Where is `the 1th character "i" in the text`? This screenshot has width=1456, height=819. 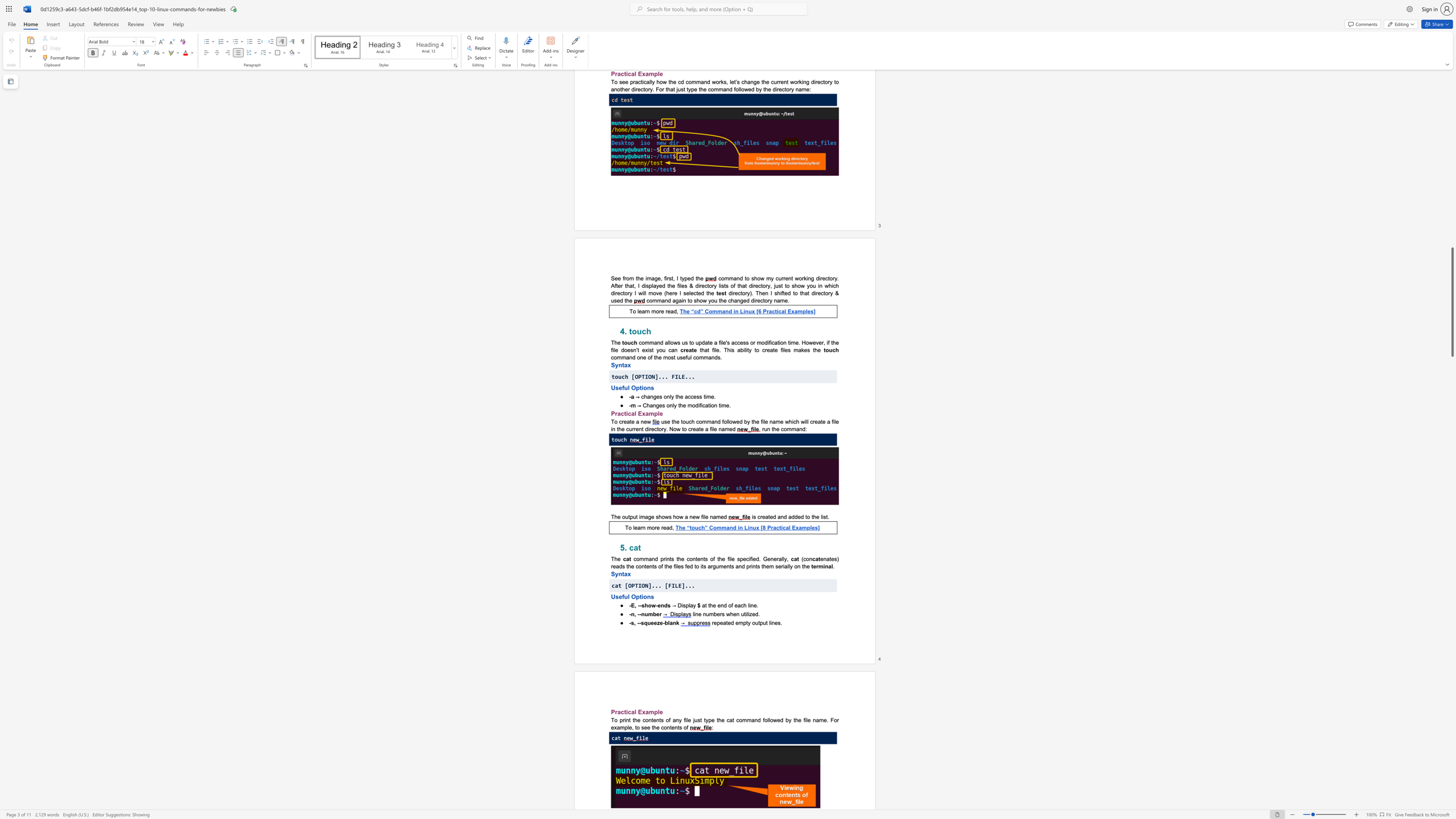
the 1th character "i" in the text is located at coordinates (749, 605).